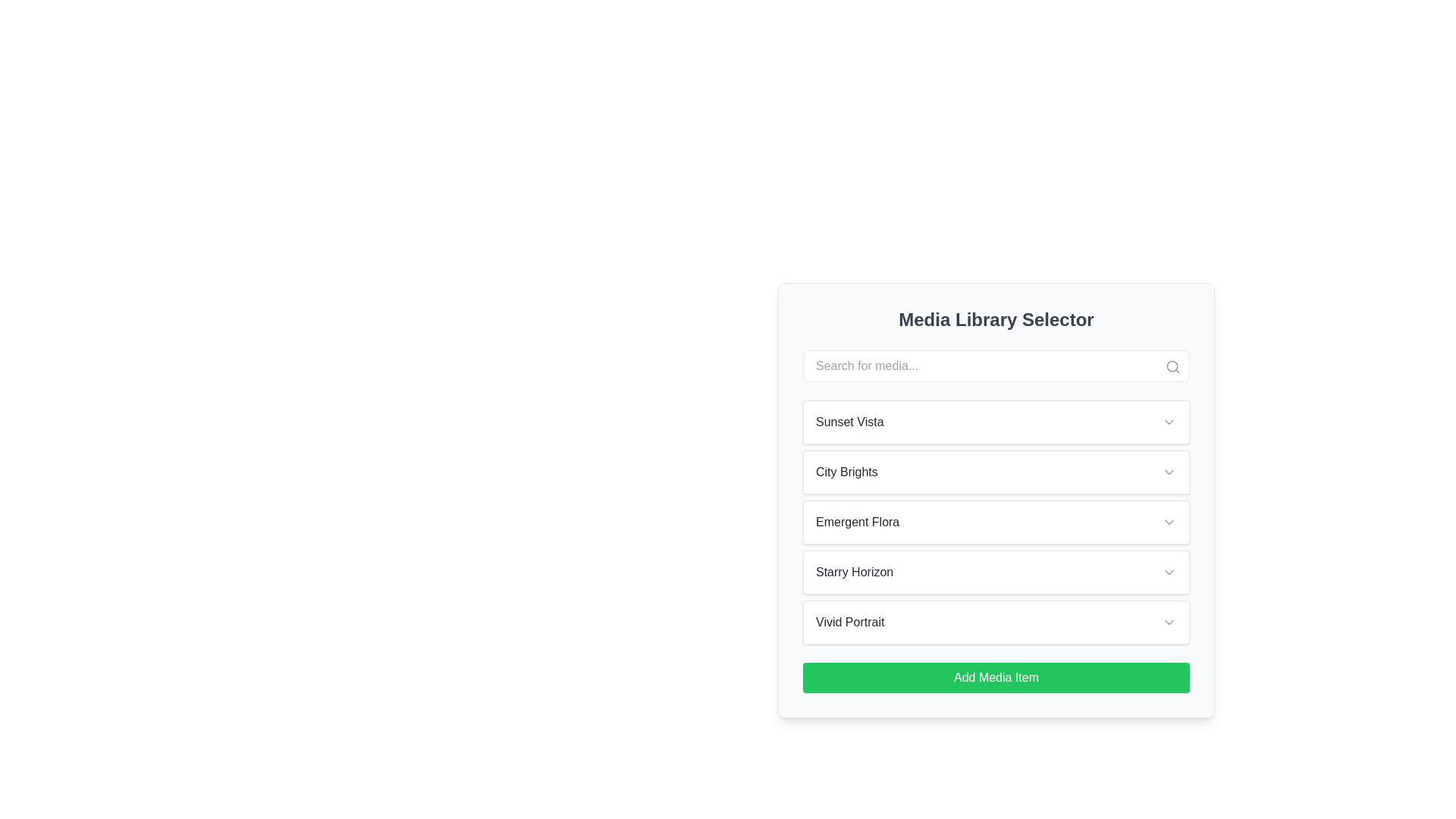 The width and height of the screenshot is (1456, 819). I want to click on the 'City Brights' text label in the 'Media Library Selector' panel, which serves as a title for a selectable media category, so click(846, 472).